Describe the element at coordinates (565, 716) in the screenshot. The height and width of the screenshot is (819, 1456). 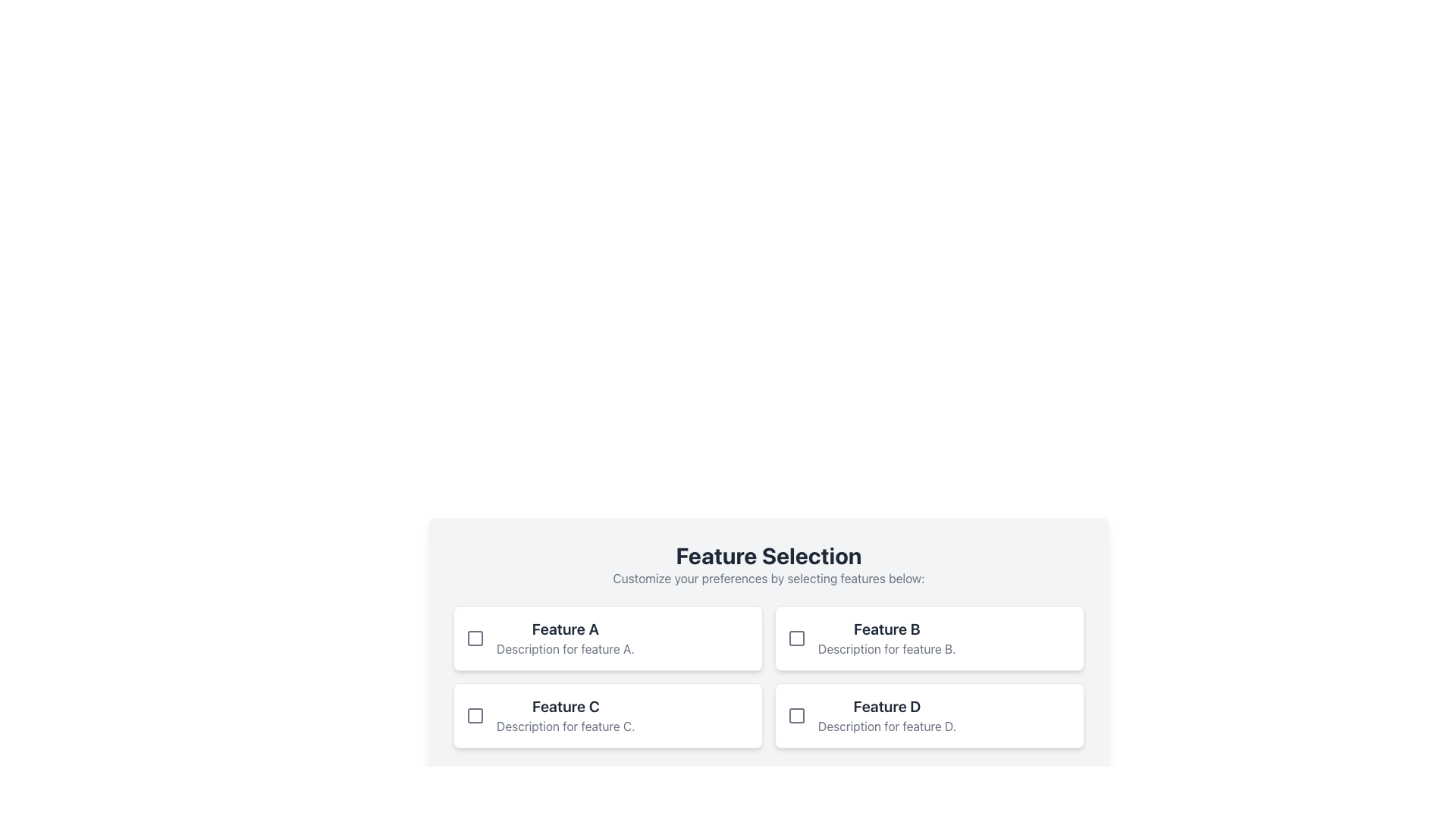
I see `the Text Display element labeled 'Feature C', which features the title in bold and a description underneath, positioned in the 'Feature Selection' grid layout` at that location.